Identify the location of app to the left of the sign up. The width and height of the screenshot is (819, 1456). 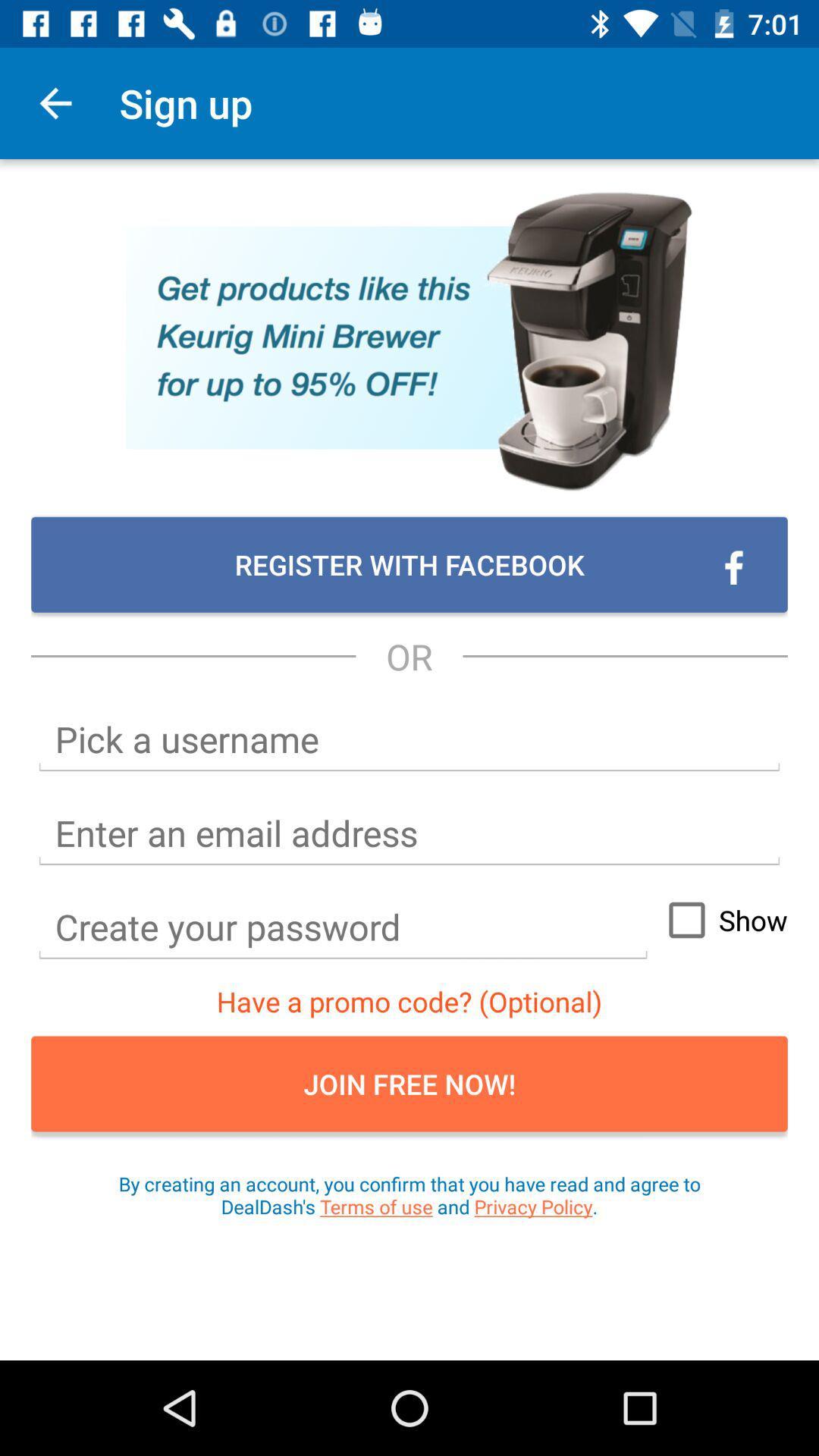
(55, 102).